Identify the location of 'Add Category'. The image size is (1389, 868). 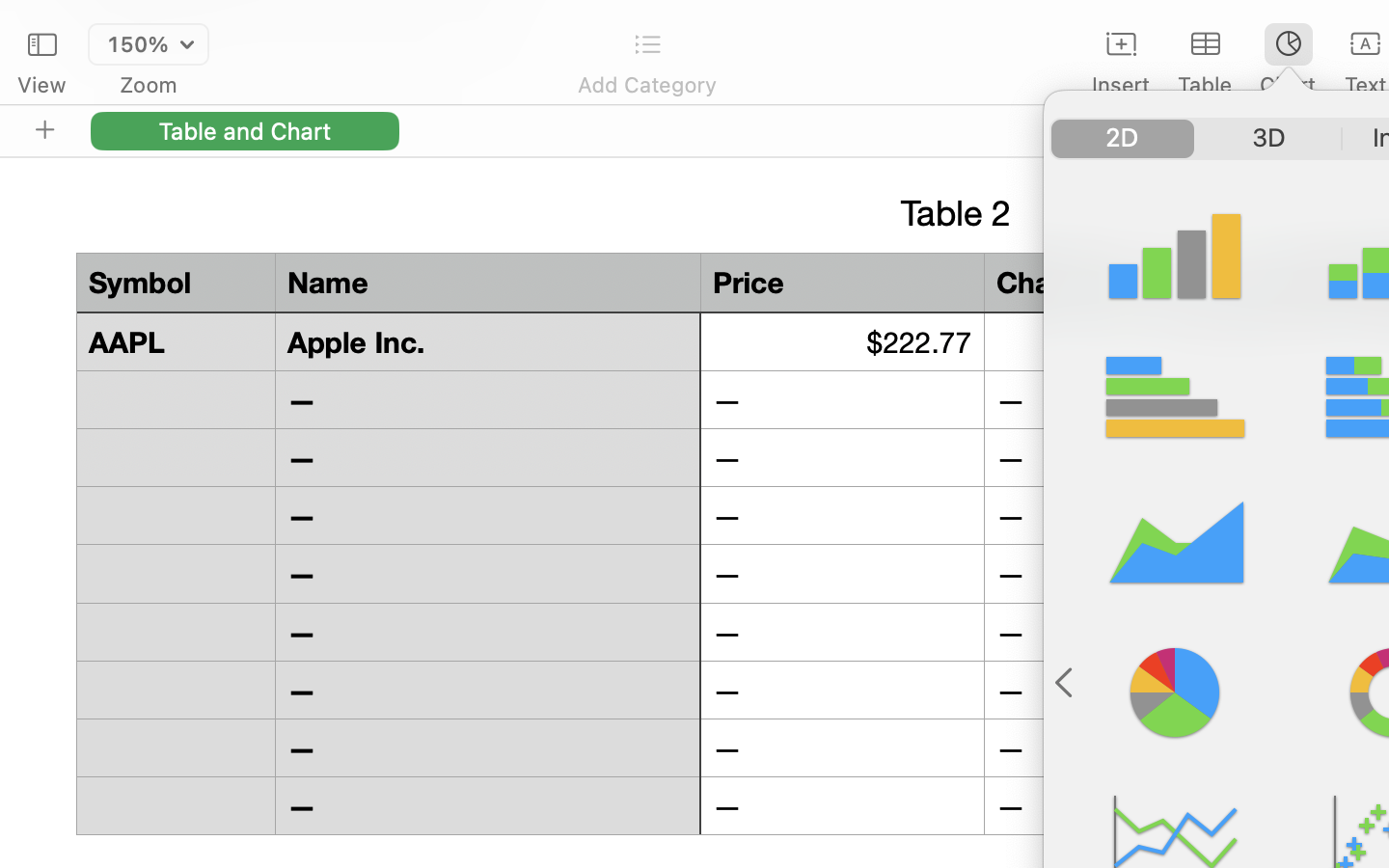
(646, 84).